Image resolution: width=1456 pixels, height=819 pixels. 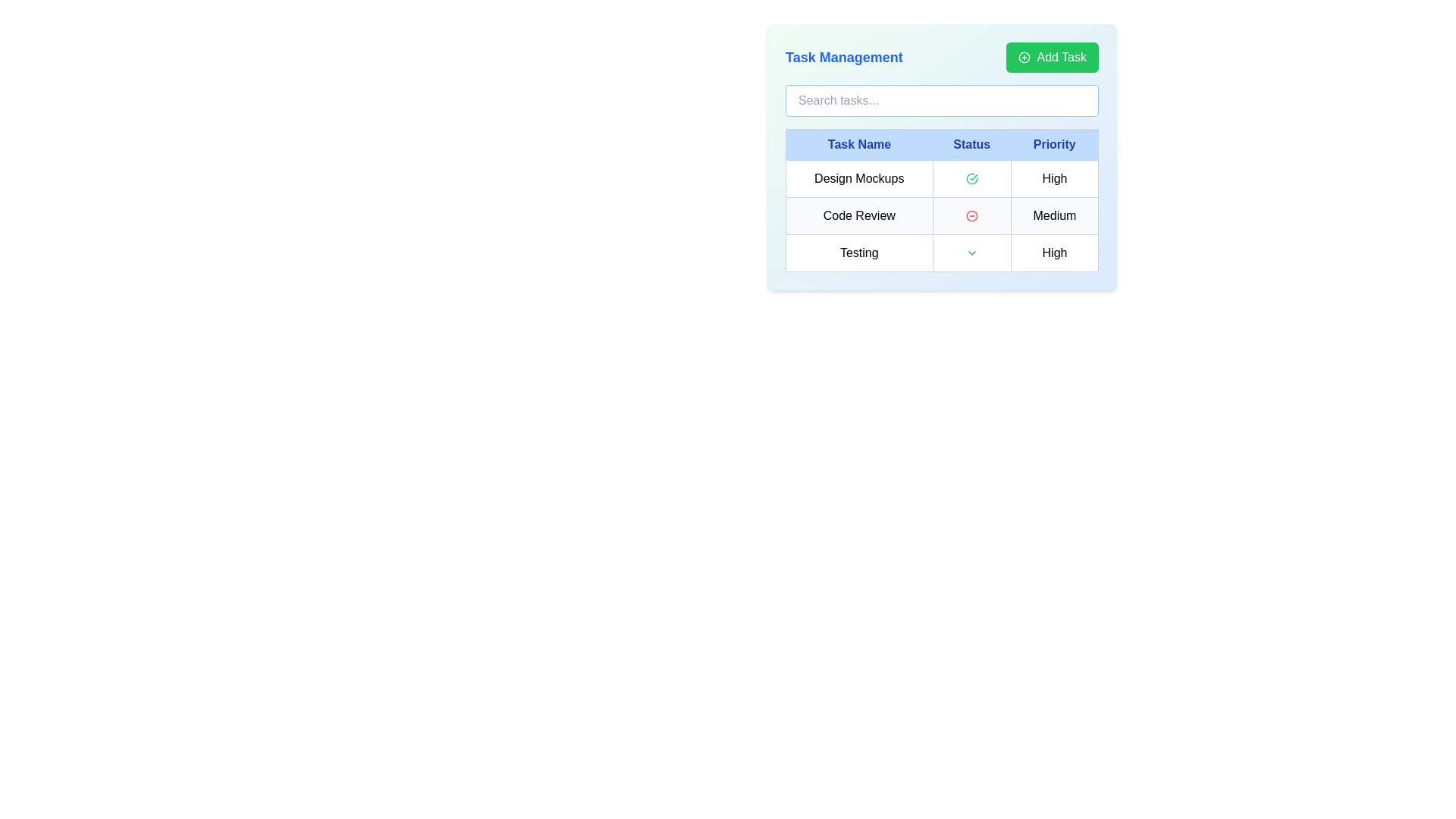 What do you see at coordinates (971, 253) in the screenshot?
I see `the downward-facing chevron icon located` at bounding box center [971, 253].